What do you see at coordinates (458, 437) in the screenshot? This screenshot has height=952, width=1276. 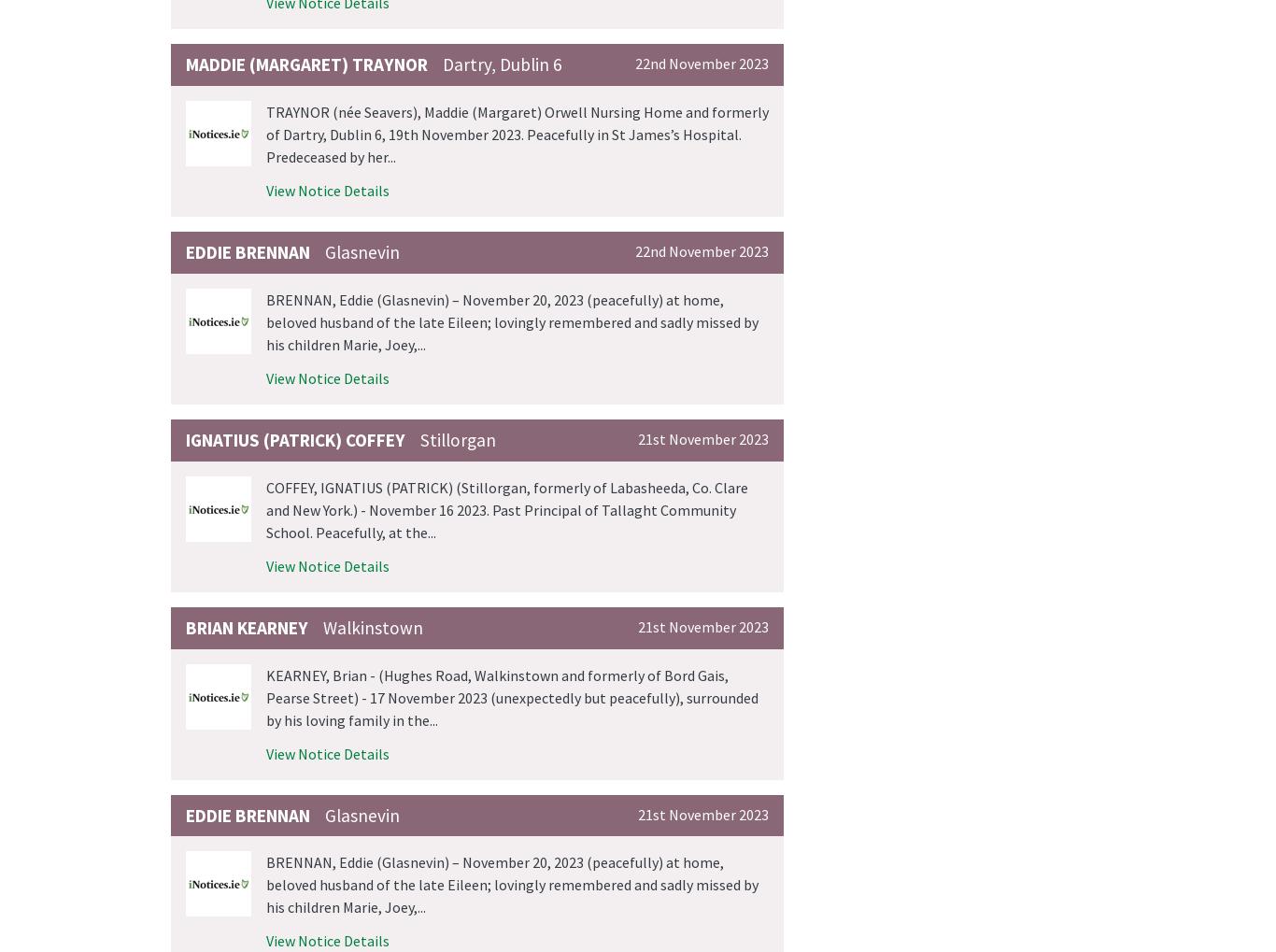 I see `'Stillorgan'` at bounding box center [458, 437].